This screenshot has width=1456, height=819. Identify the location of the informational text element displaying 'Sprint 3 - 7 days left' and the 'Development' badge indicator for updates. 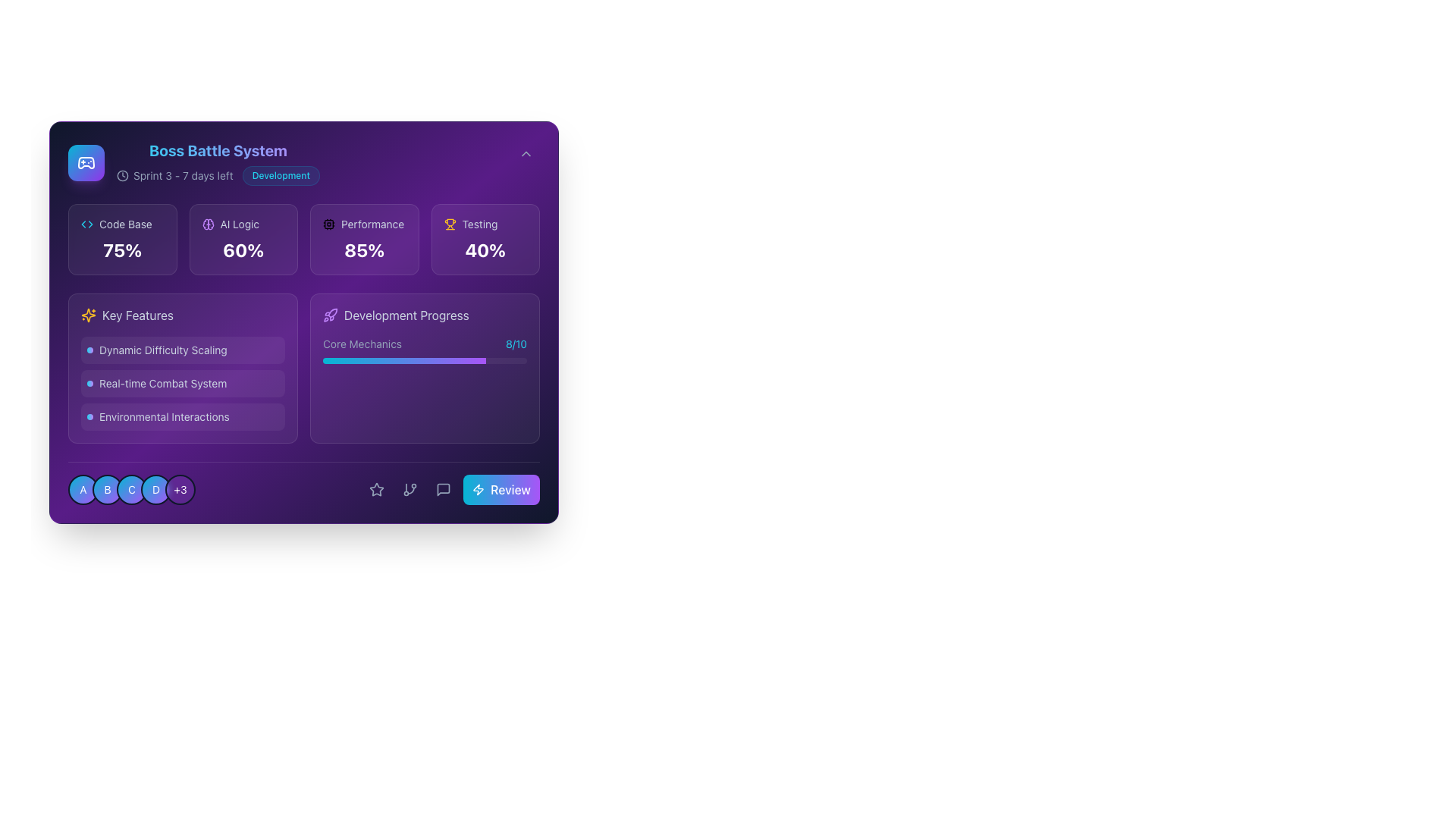
(218, 174).